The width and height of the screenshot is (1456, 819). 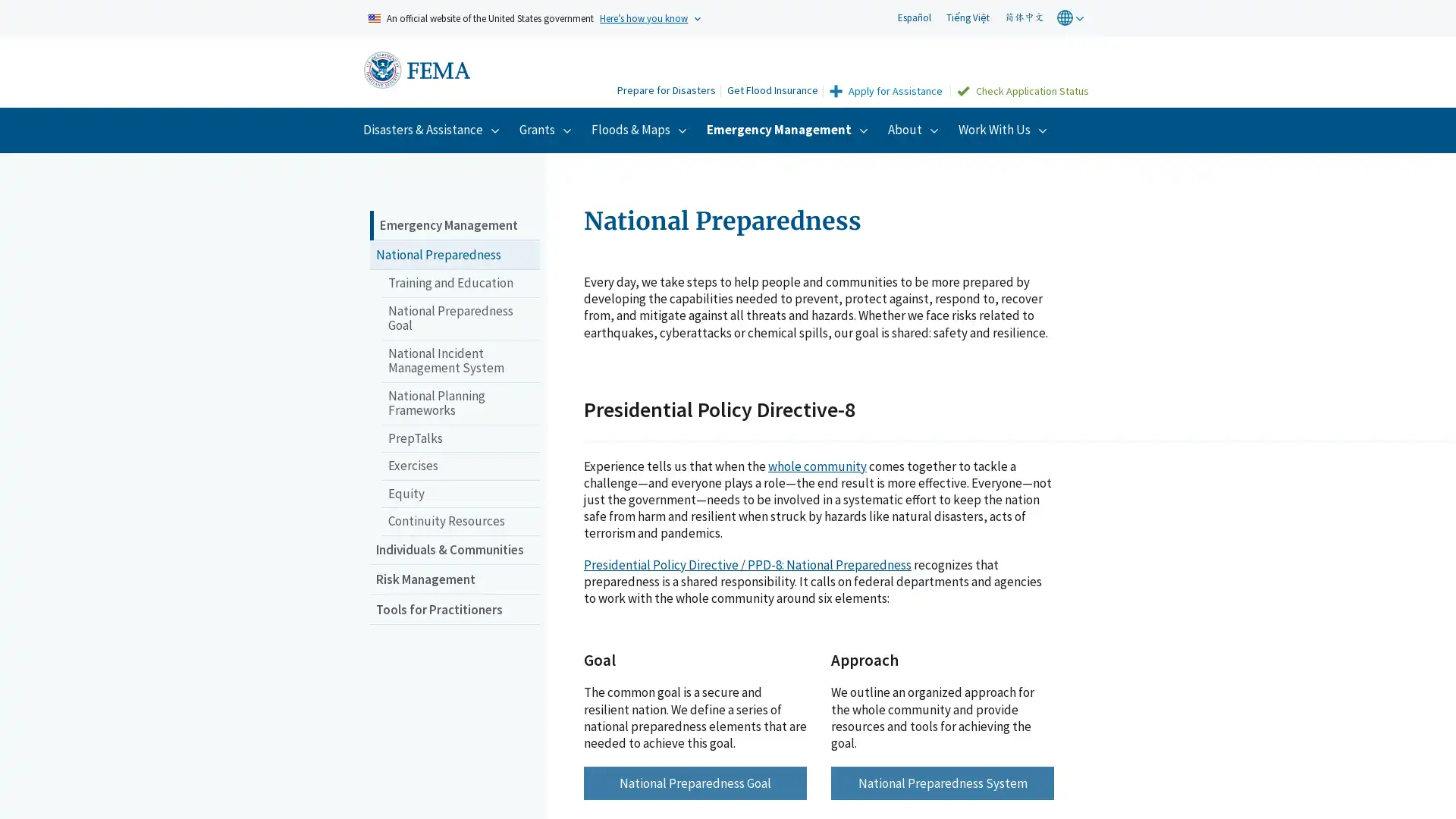 I want to click on Floods & Maps, so click(x=641, y=128).